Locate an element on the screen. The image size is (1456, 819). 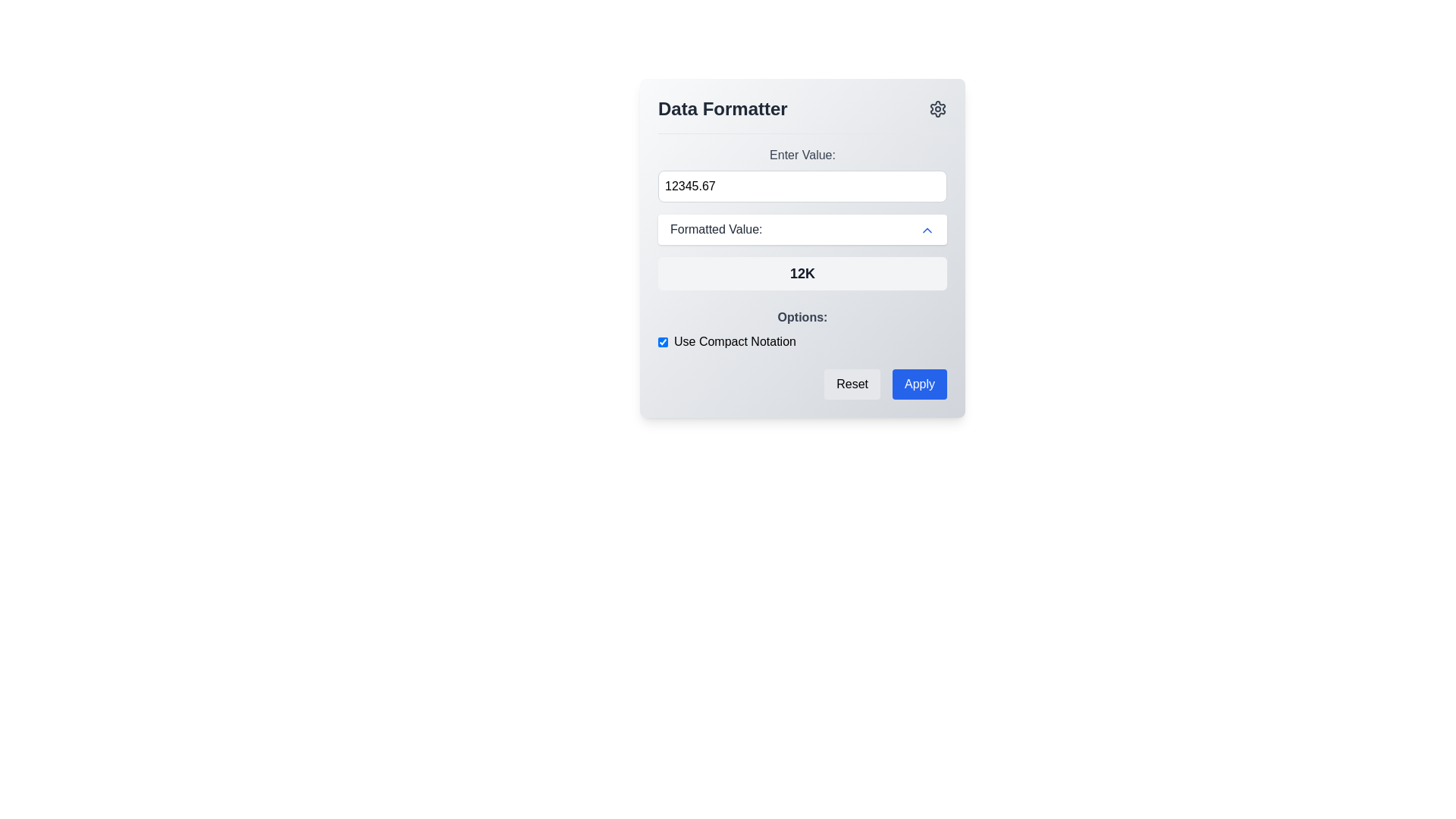
the text label displaying 'Options:' in bold dark gray, which serves as a heading for the elements below it is located at coordinates (802, 317).